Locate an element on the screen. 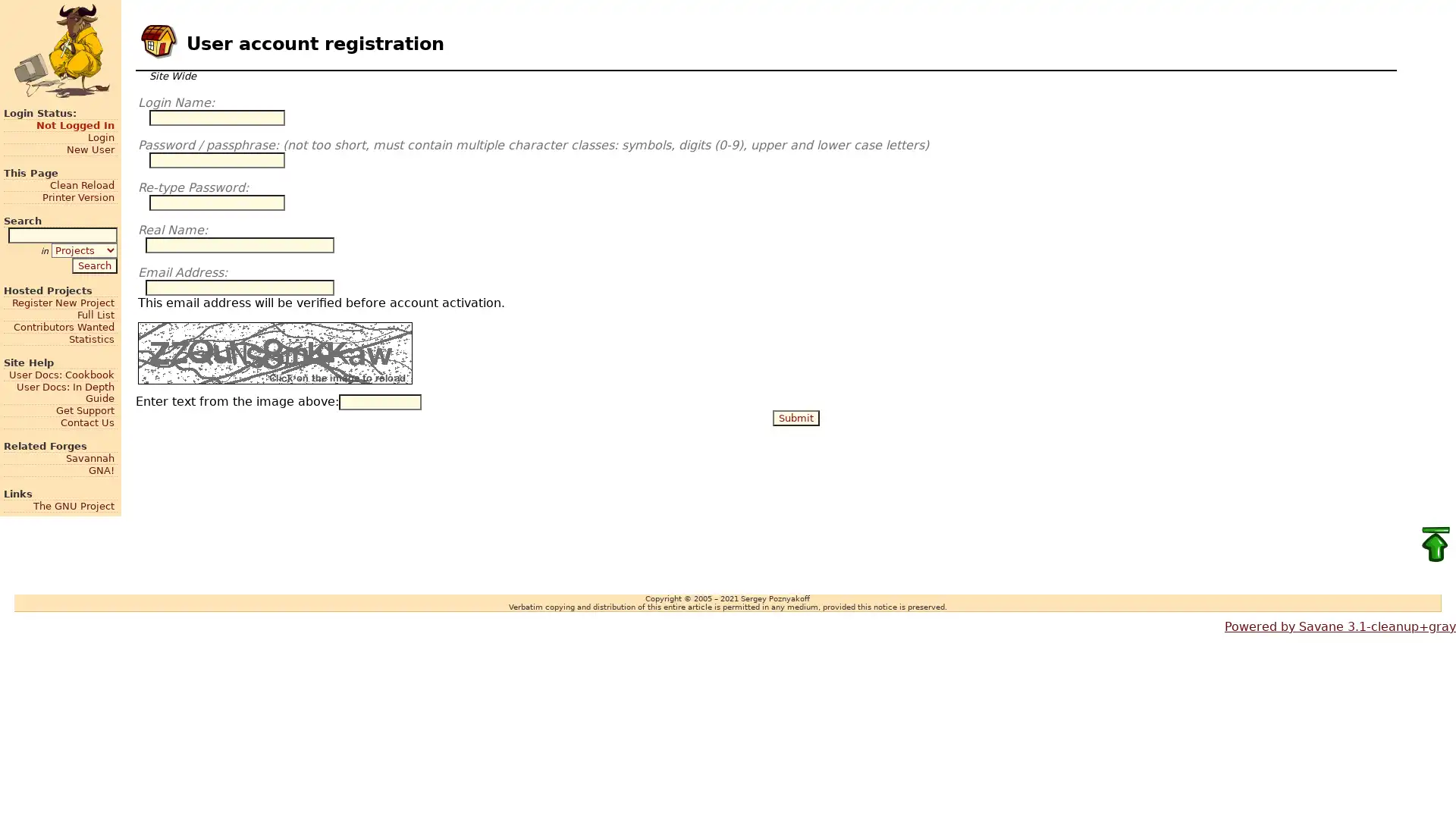 This screenshot has width=1456, height=819. Submit is located at coordinates (795, 417).